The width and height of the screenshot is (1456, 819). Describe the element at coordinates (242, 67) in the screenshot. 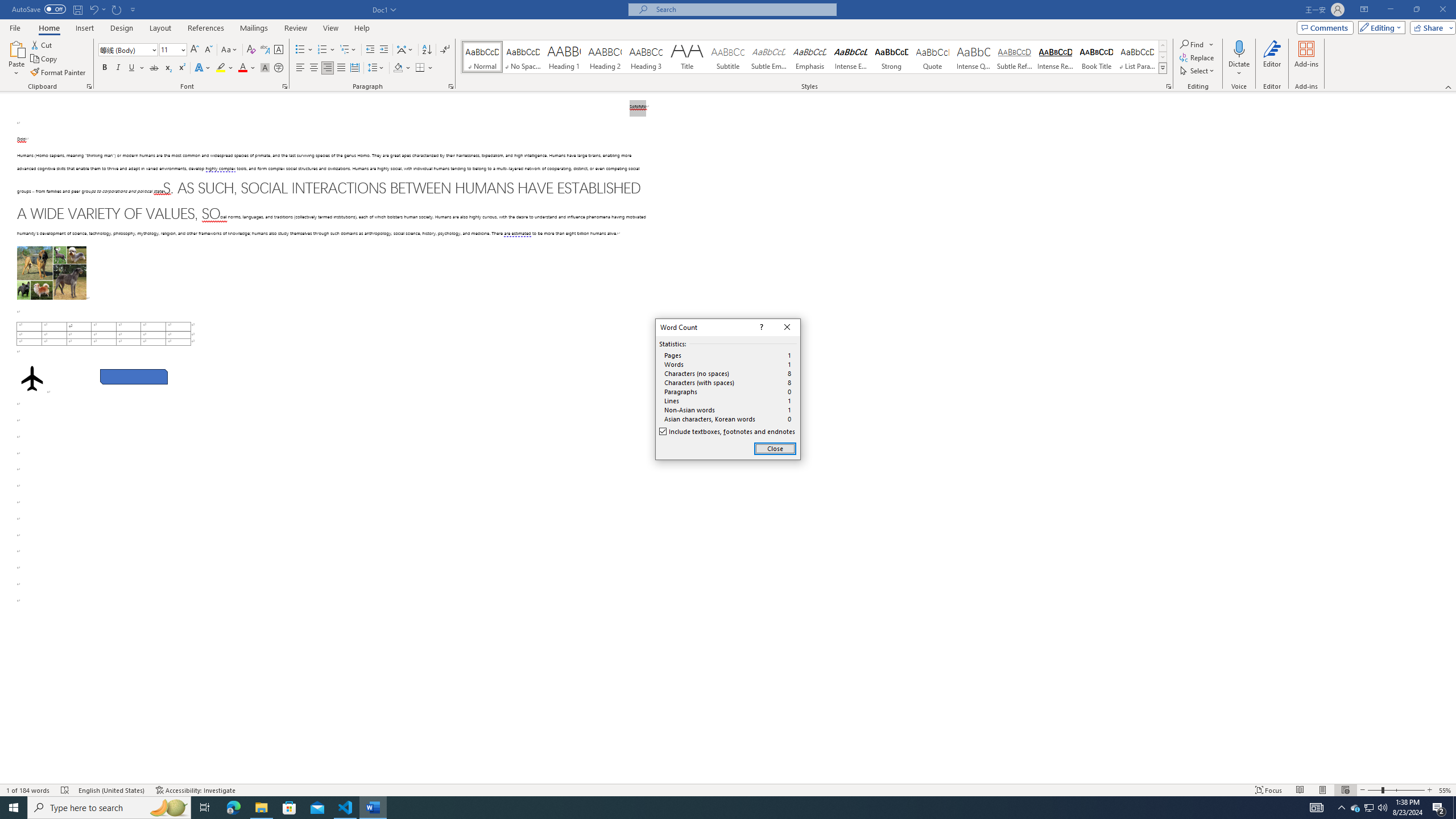

I see `'Font Color Red'` at that location.